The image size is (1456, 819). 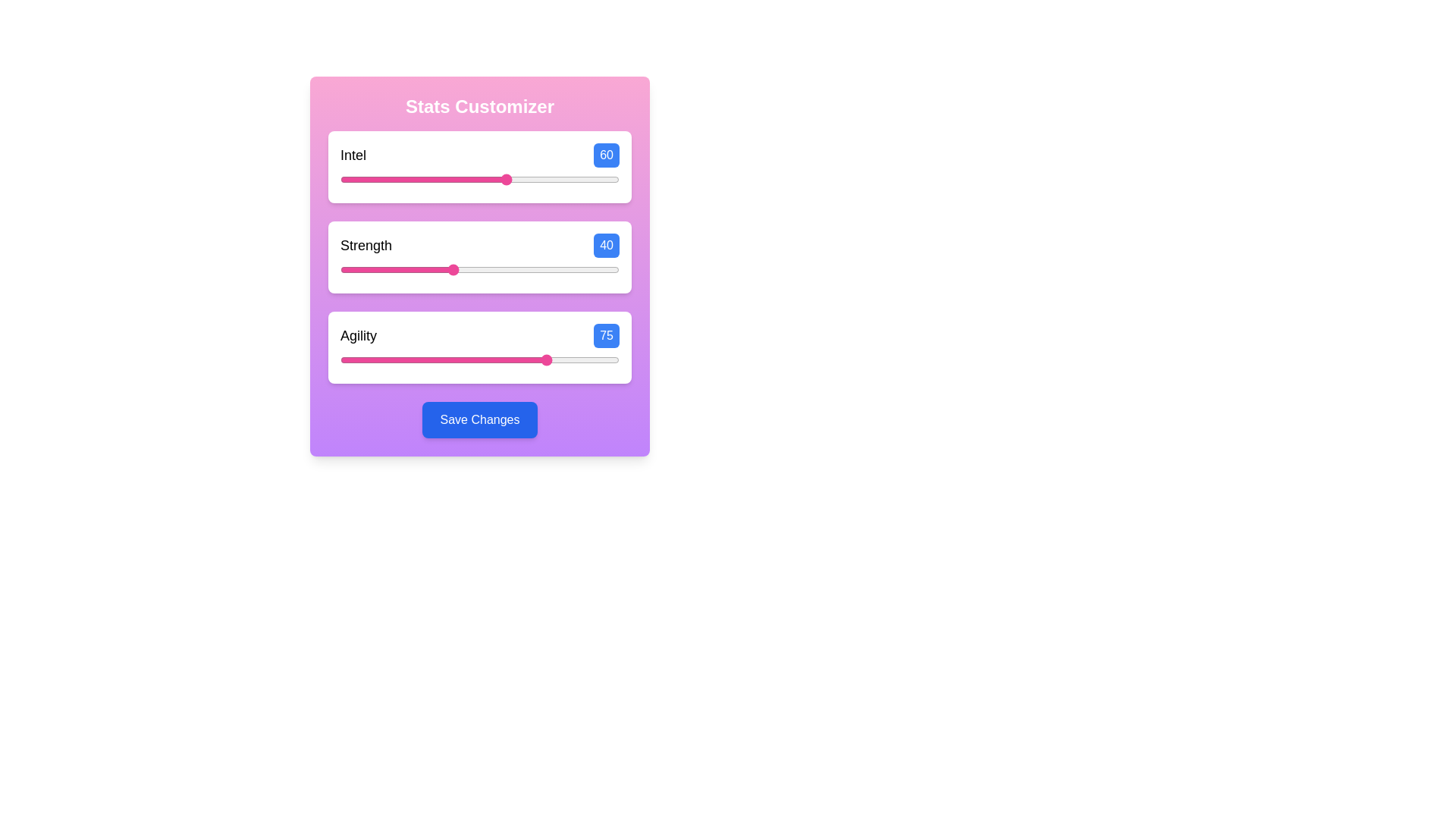 I want to click on the Static text label displaying 'Strength', which is located in the second row of a structured list and is to the left of the blue badge displaying the number 40, so click(x=366, y=245).